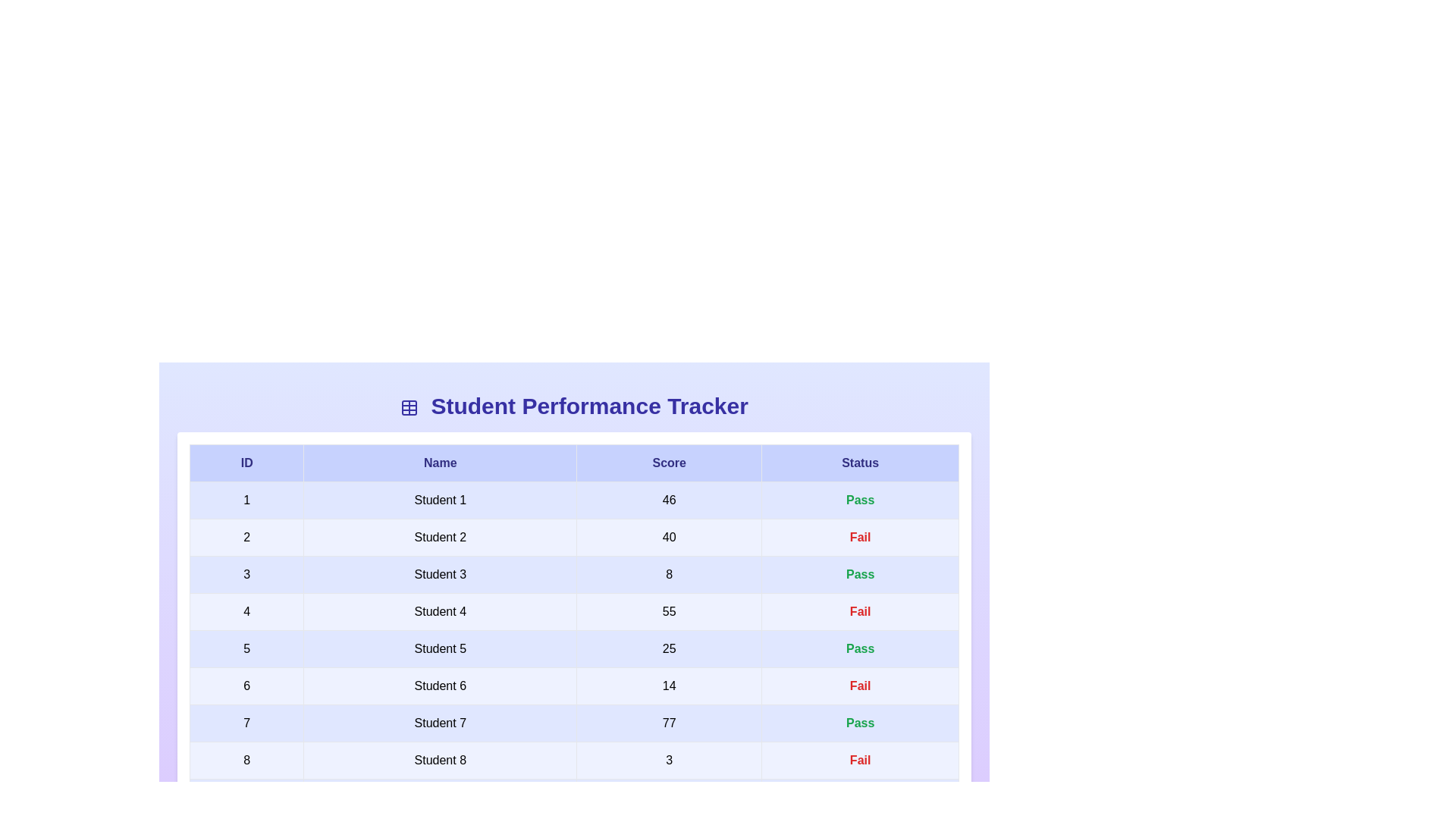  Describe the element at coordinates (860, 462) in the screenshot. I see `the header column Status to analyze its information` at that location.